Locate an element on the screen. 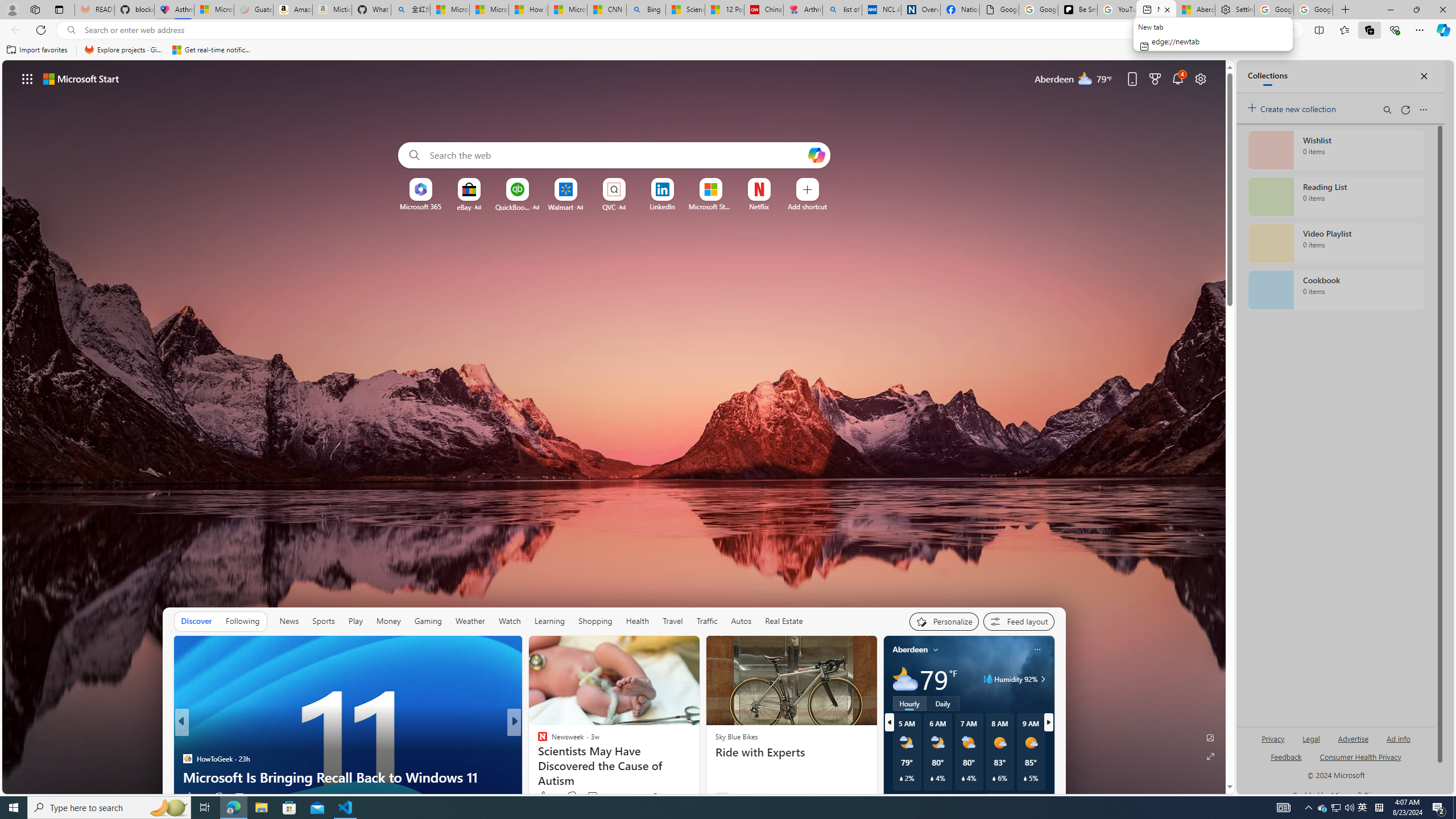  'Search icon' is located at coordinates (71, 30).